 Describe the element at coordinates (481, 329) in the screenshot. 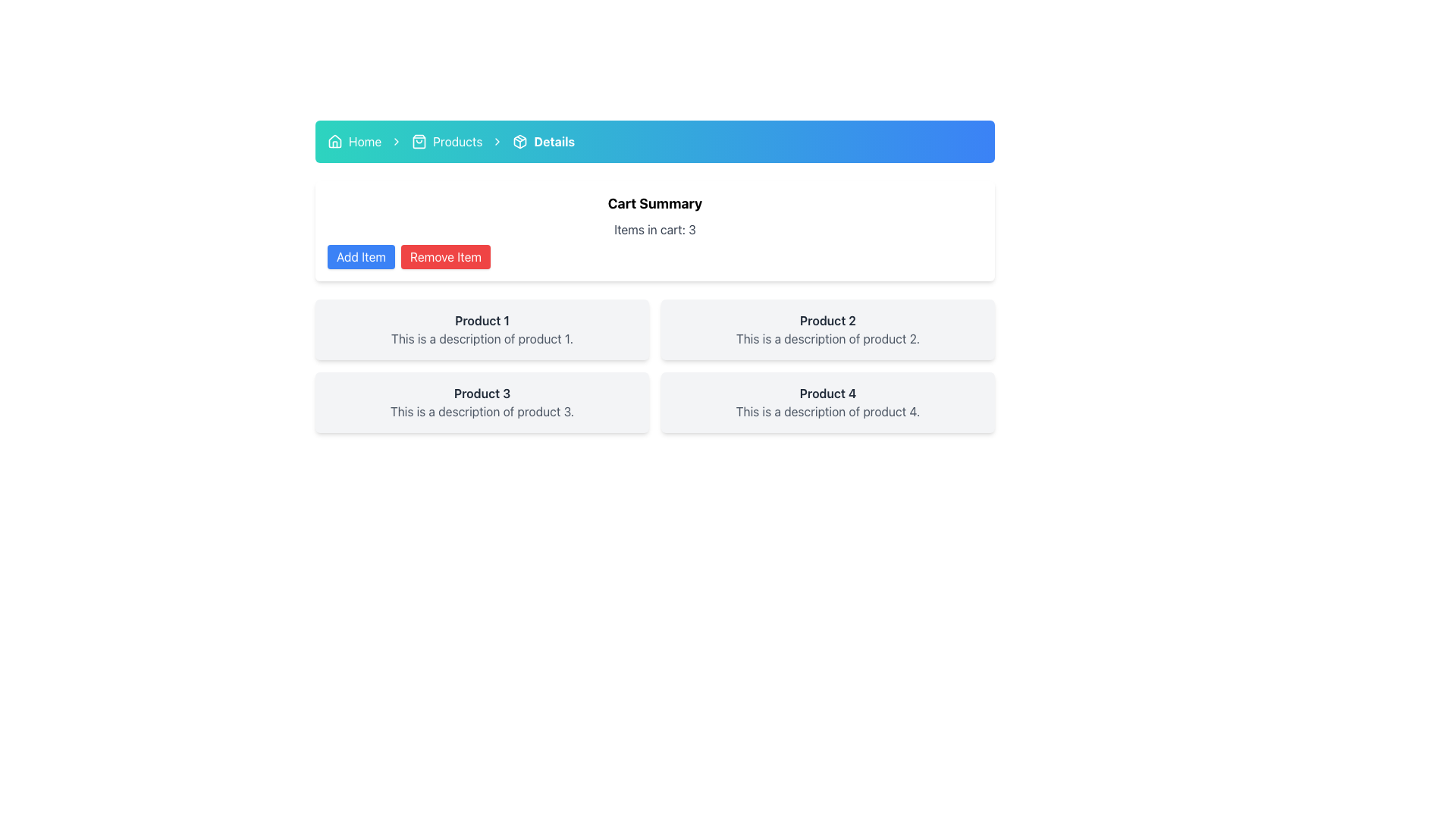

I see `title and description of the Display card for 'Product 1', located at the top-left corner of the grid beneath the 'Cart Summary' section` at that location.